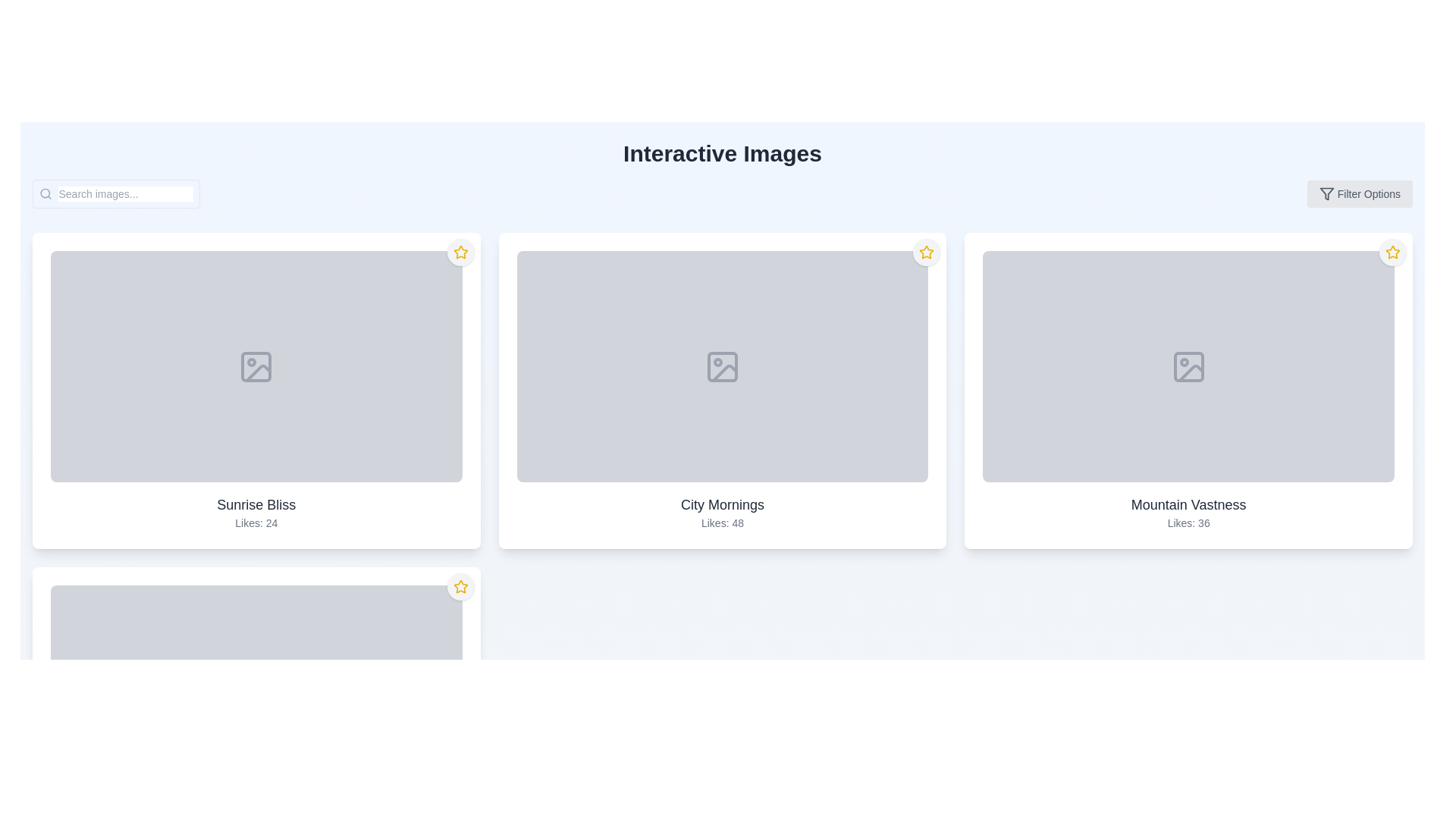  What do you see at coordinates (259, 372) in the screenshot?
I see `the gray slanted line icon that resembles a mountain shape, located in the top-left region of a square placeholder icon within the first card of a three-card layout` at bounding box center [259, 372].